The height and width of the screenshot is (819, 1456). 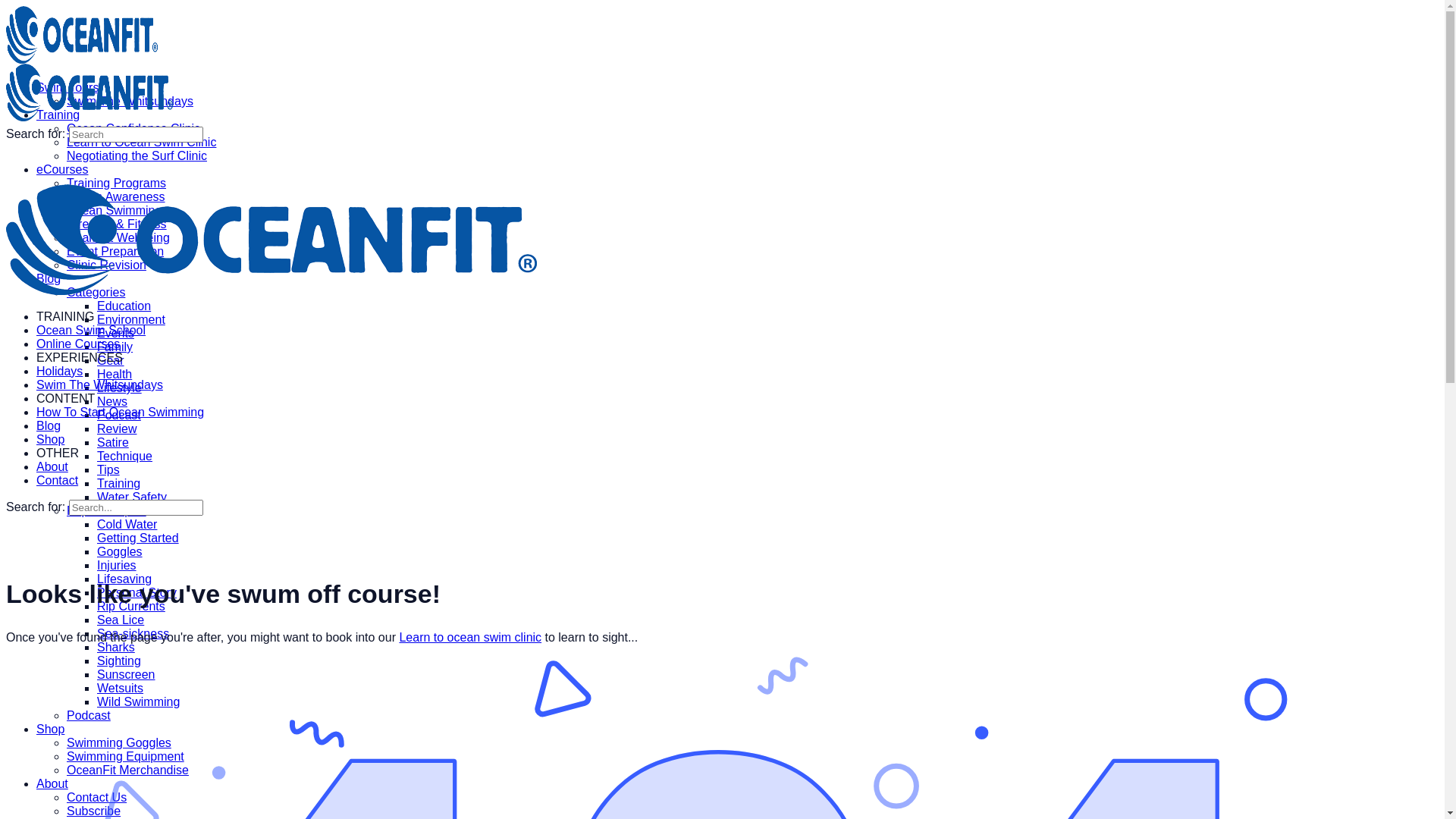 What do you see at coordinates (96, 579) in the screenshot?
I see `'Lifesaving'` at bounding box center [96, 579].